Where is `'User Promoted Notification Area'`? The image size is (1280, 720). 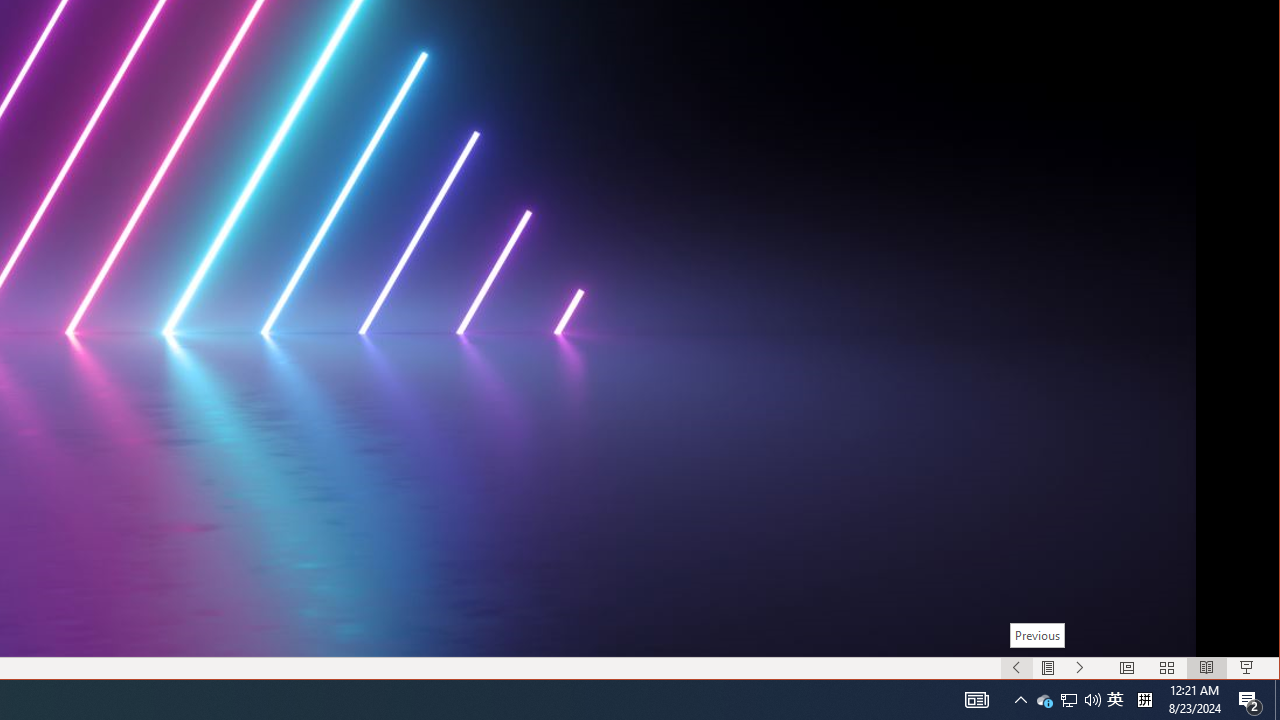
'User Promoted Notification Area' is located at coordinates (1092, 698).